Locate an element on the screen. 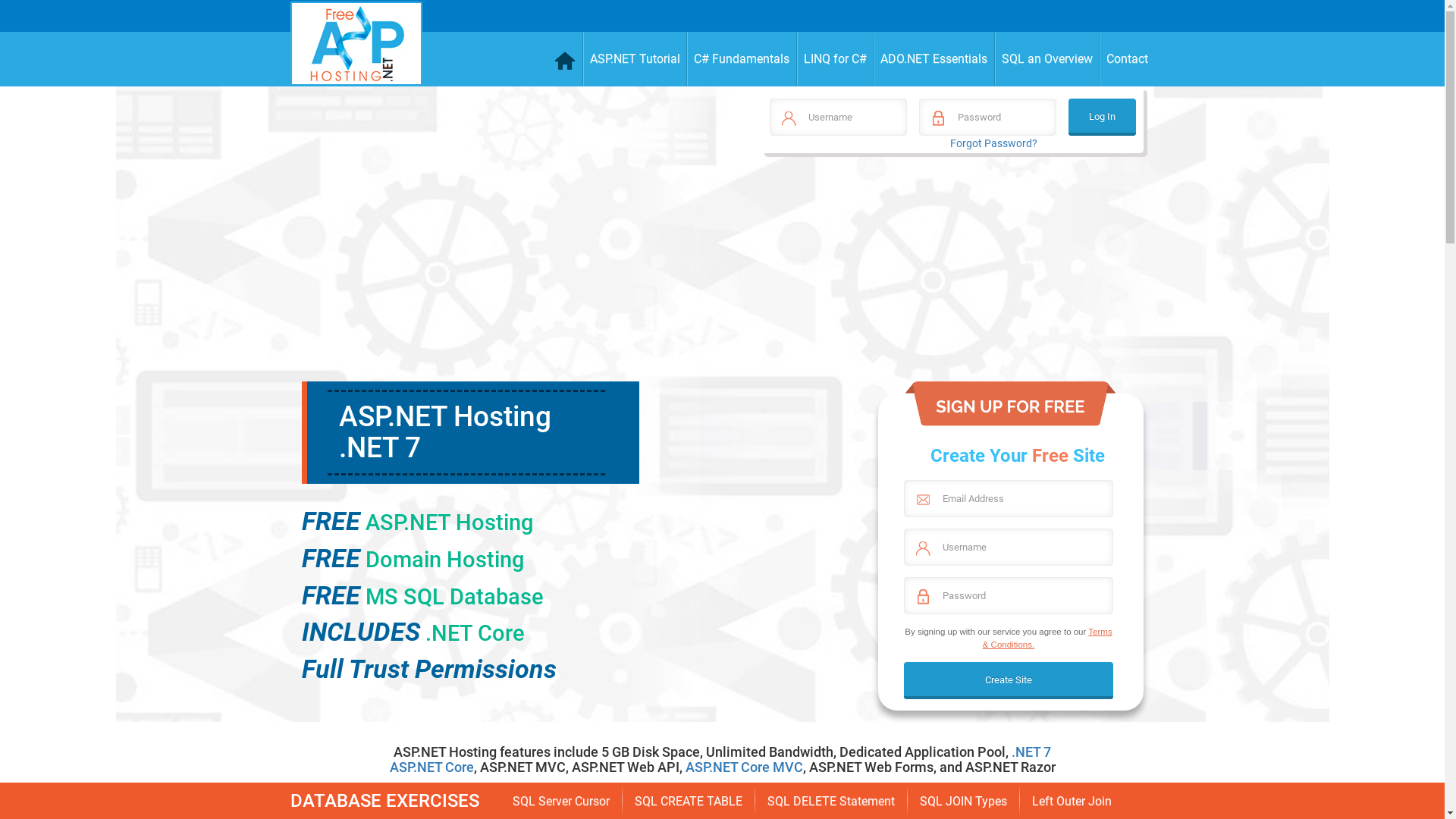 The image size is (1456, 819). 'ASP.NET Tutorial' is located at coordinates (634, 58).